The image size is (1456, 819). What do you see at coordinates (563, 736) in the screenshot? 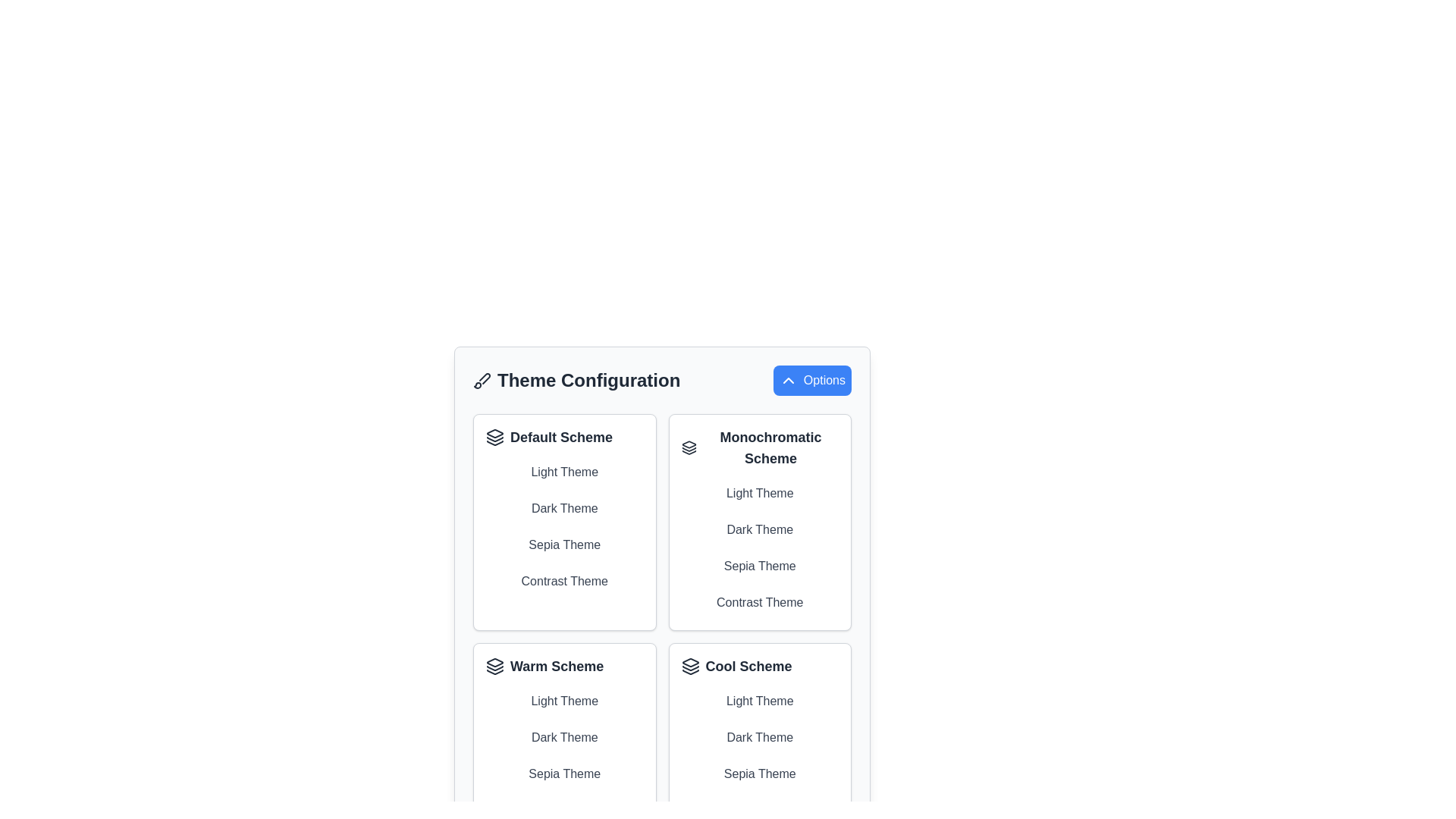
I see `the 'Dark Theme' option in the vertical list of selectable themes` at bounding box center [563, 736].